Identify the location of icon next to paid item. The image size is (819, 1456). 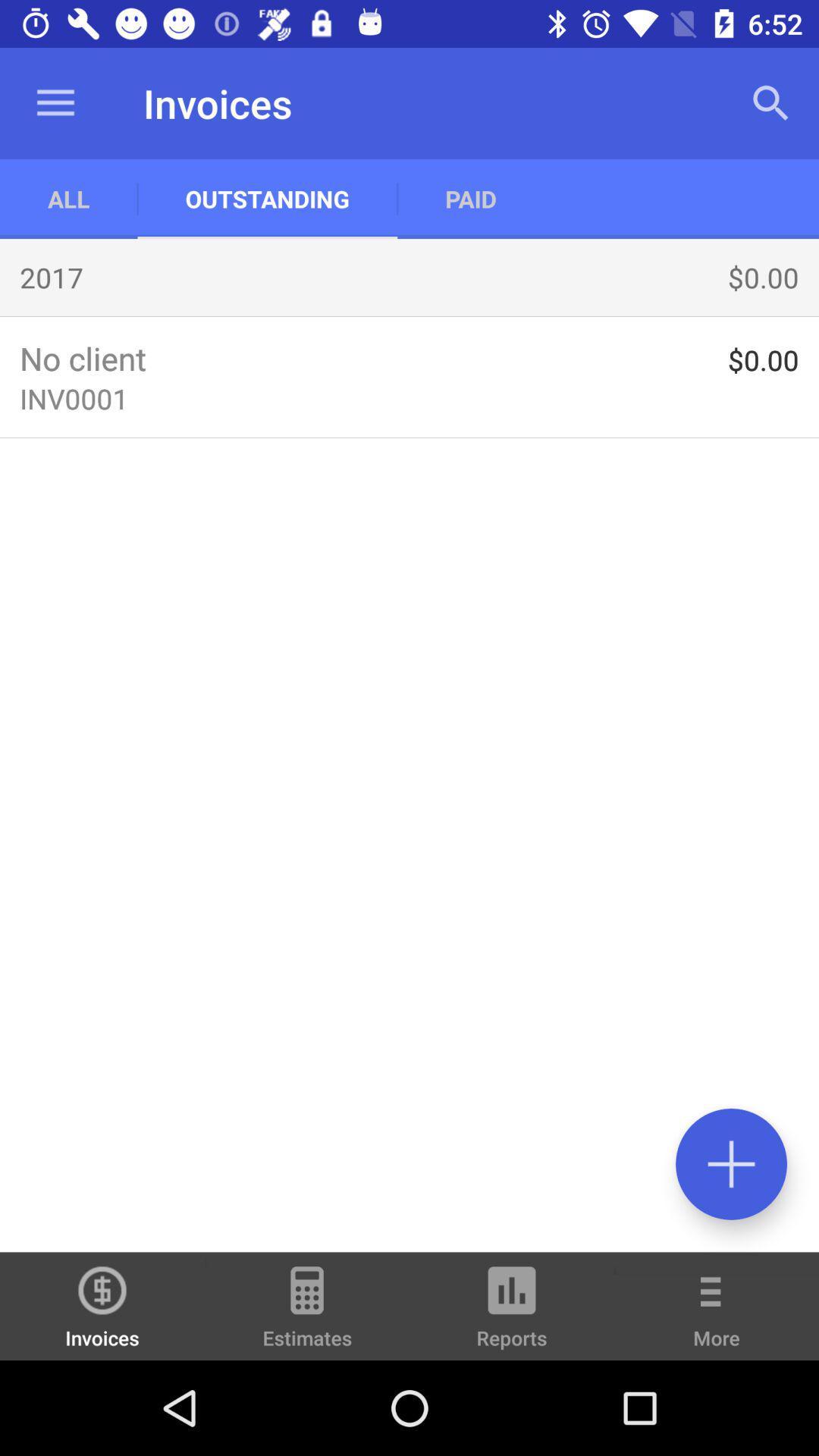
(266, 198).